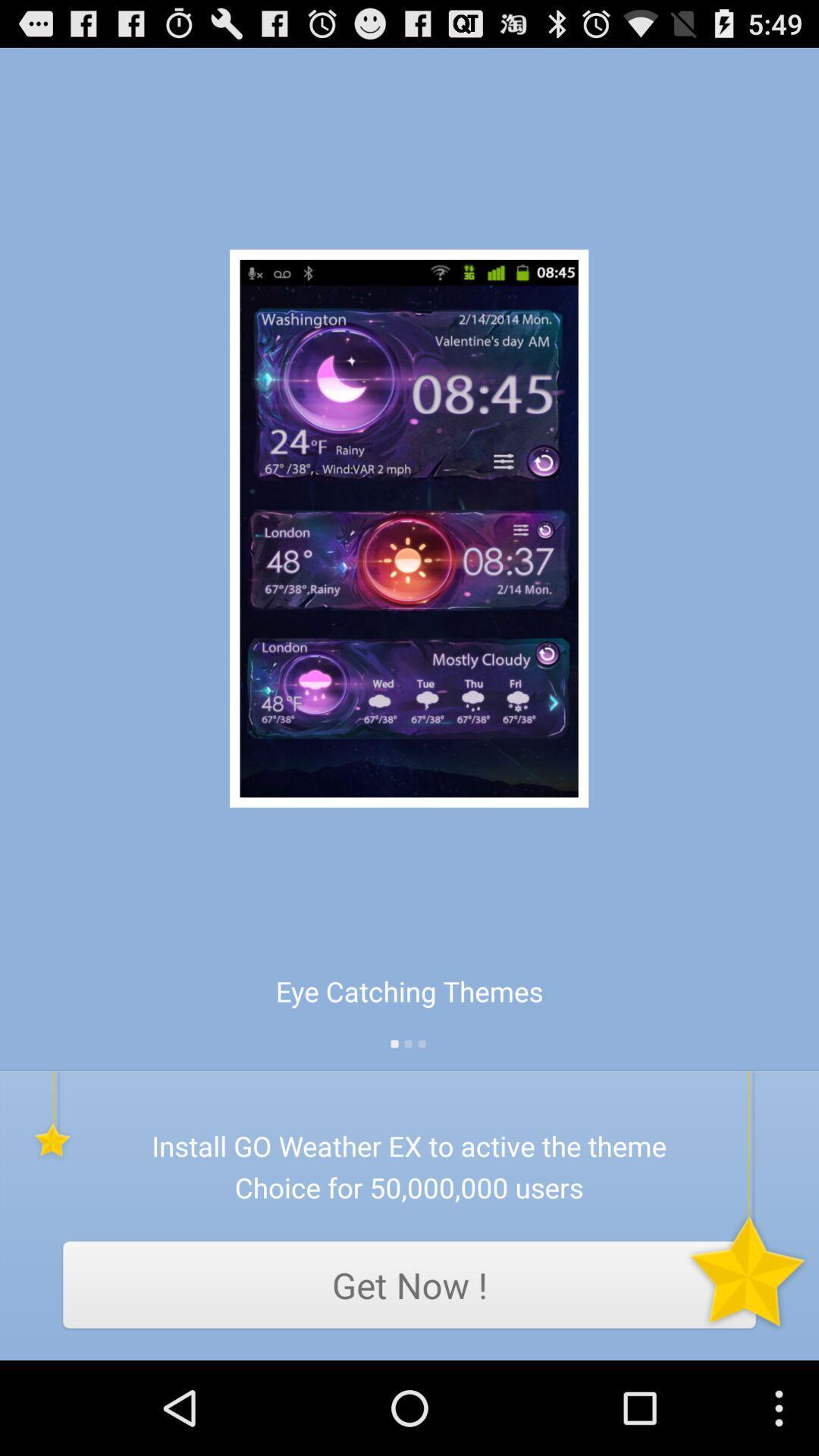  Describe the element at coordinates (409, 1284) in the screenshot. I see `app below choice for 50 item` at that location.